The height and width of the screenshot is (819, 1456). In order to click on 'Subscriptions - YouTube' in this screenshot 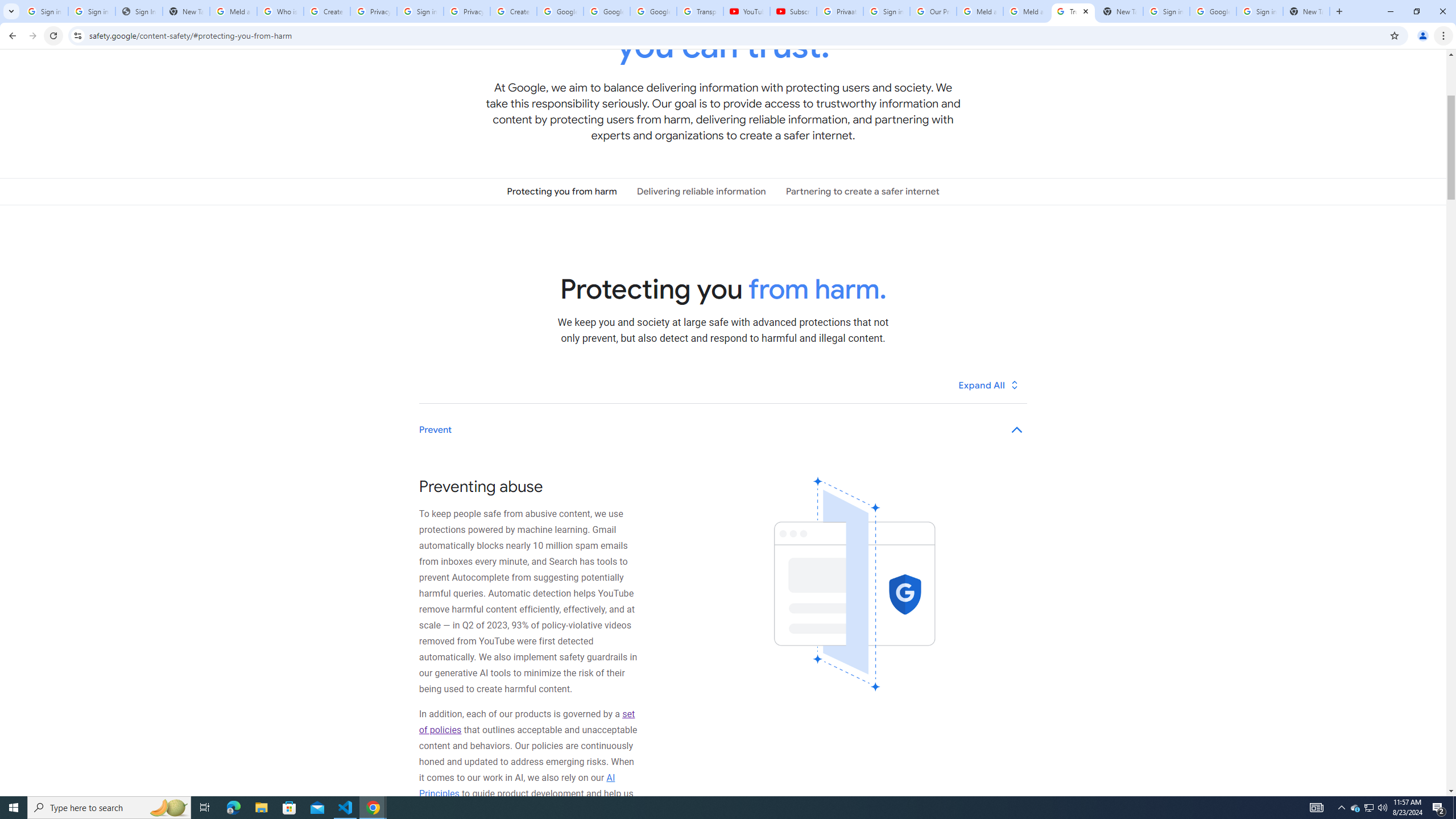, I will do `click(792, 11)`.